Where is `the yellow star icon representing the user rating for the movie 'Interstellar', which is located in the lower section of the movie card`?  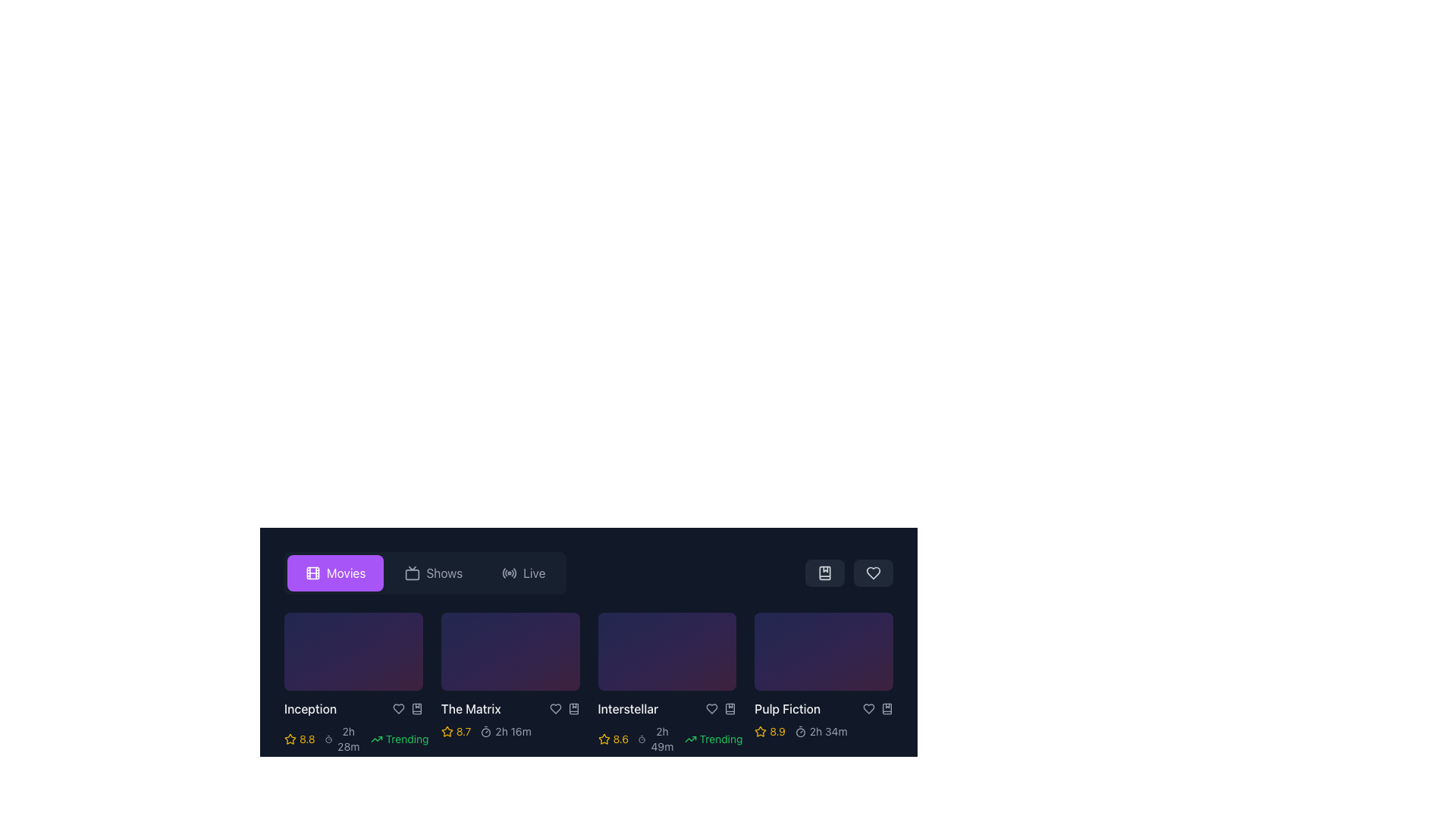 the yellow star icon representing the user rating for the movie 'Interstellar', which is located in the lower section of the movie card is located at coordinates (603, 738).